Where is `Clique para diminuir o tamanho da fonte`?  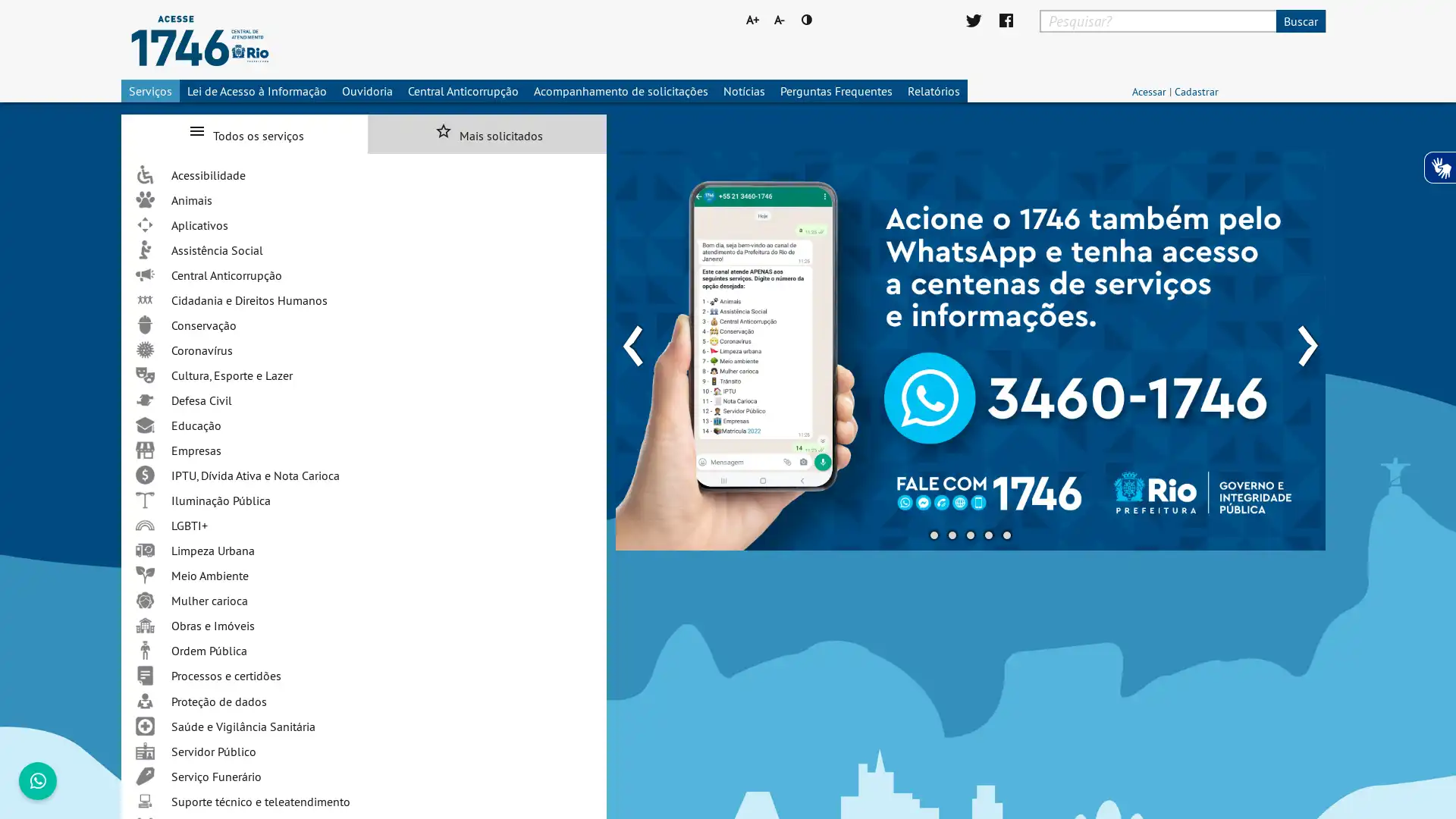
Clique para diminuir o tamanho da fonte is located at coordinates (780, 20).